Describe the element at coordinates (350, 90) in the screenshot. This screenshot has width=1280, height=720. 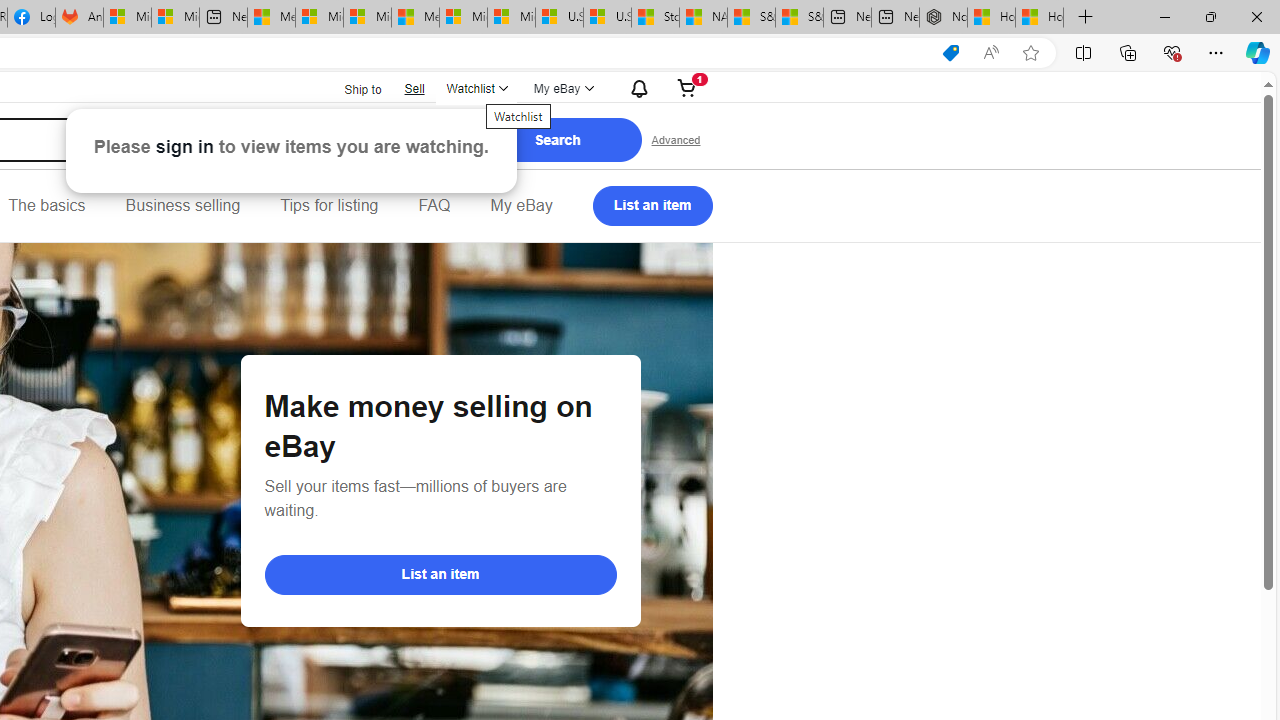
I see `'Ship to'` at that location.